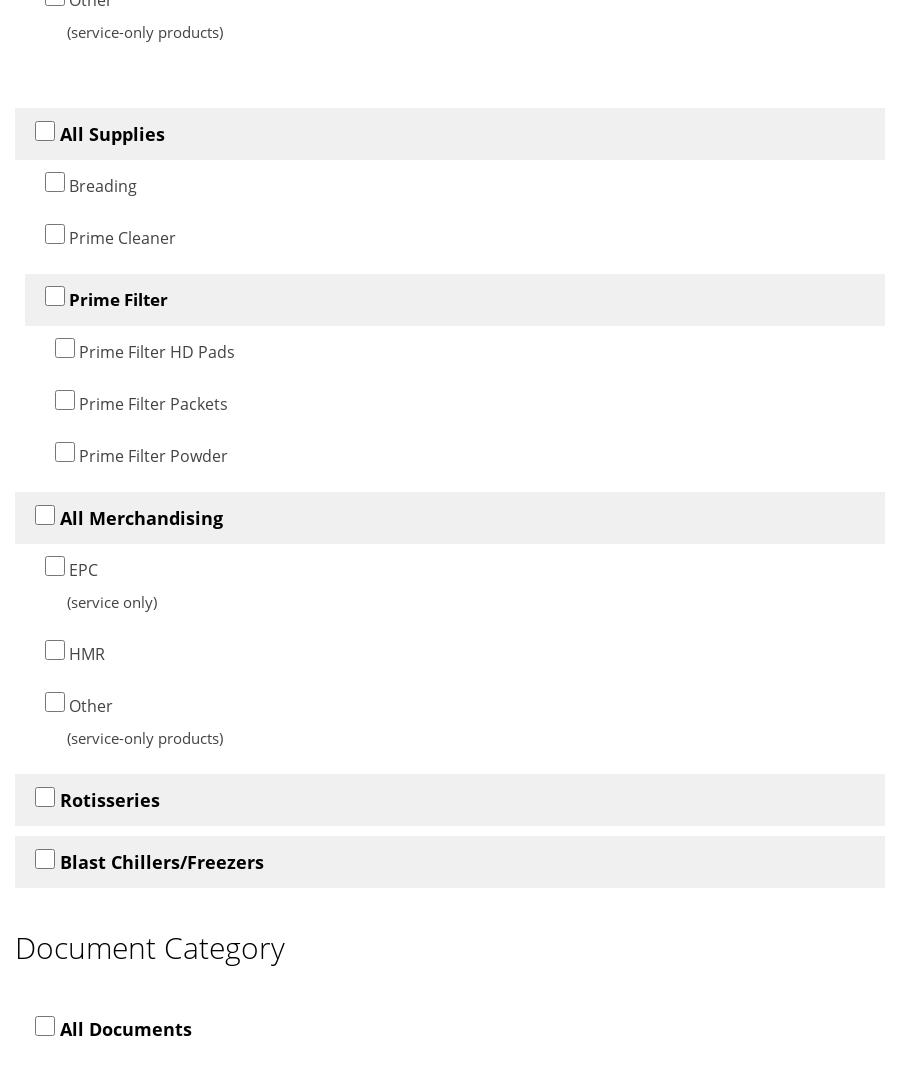 The image size is (900, 1066). Describe the element at coordinates (151, 454) in the screenshot. I see `'Prime Filter Powder'` at that location.